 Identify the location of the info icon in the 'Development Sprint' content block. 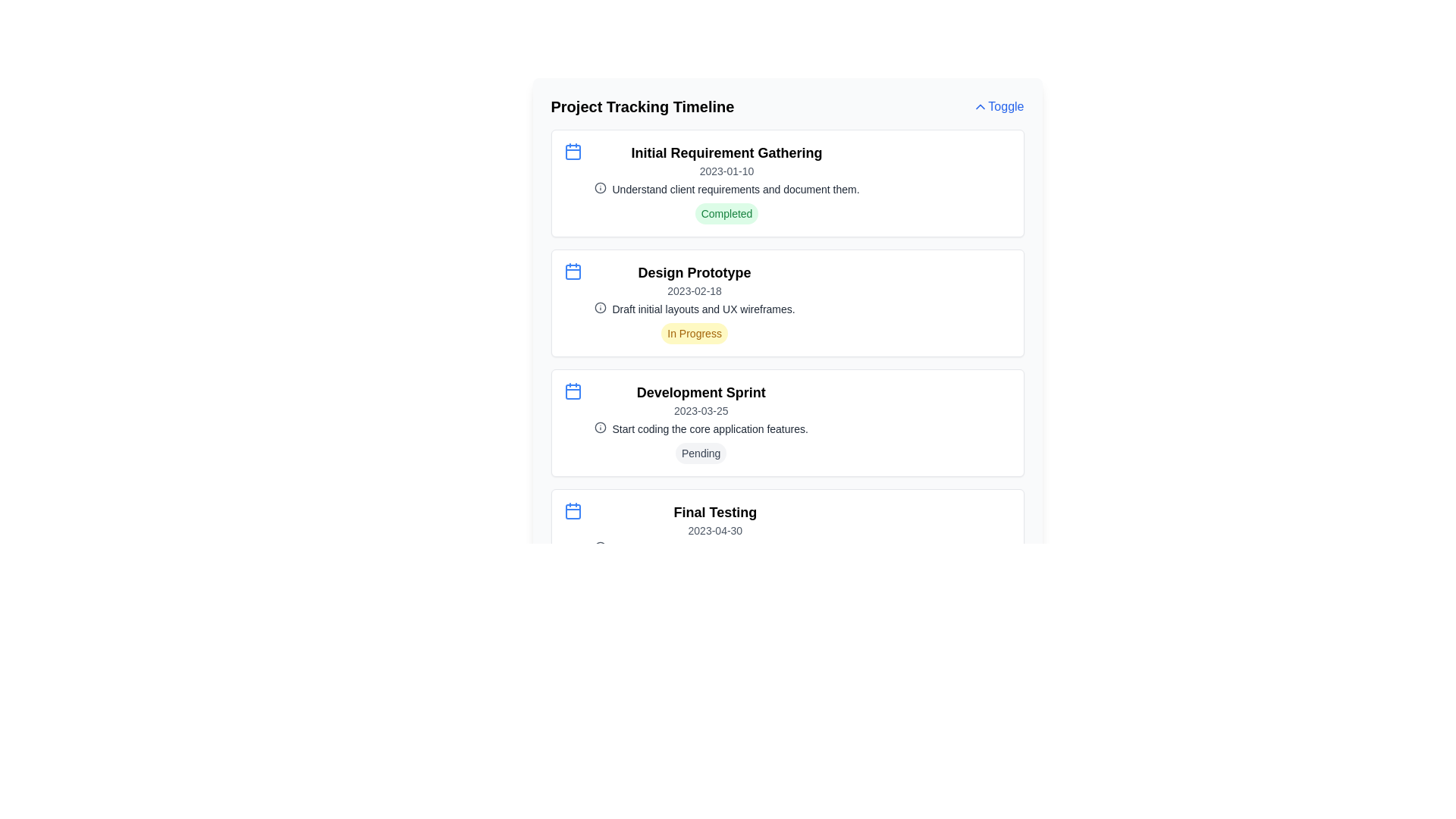
(700, 423).